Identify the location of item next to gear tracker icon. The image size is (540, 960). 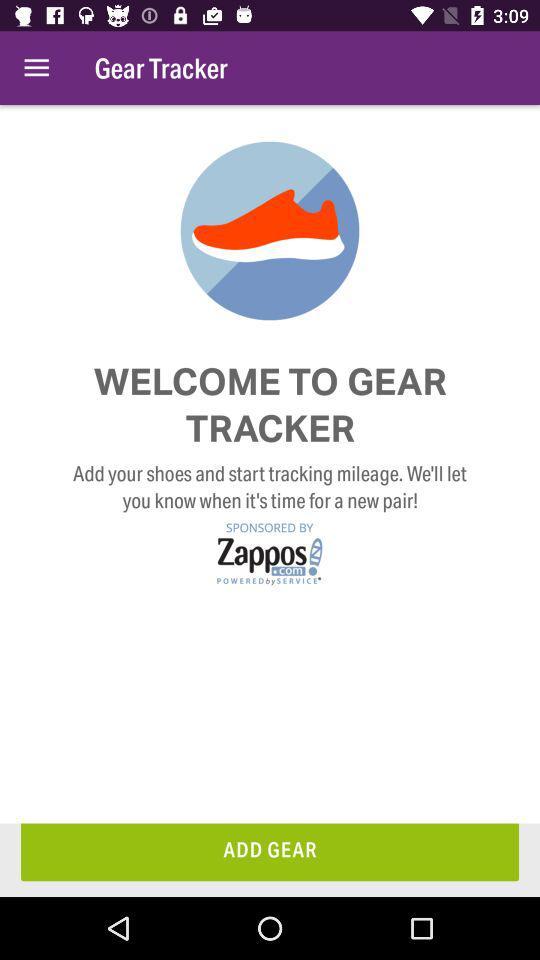
(36, 68).